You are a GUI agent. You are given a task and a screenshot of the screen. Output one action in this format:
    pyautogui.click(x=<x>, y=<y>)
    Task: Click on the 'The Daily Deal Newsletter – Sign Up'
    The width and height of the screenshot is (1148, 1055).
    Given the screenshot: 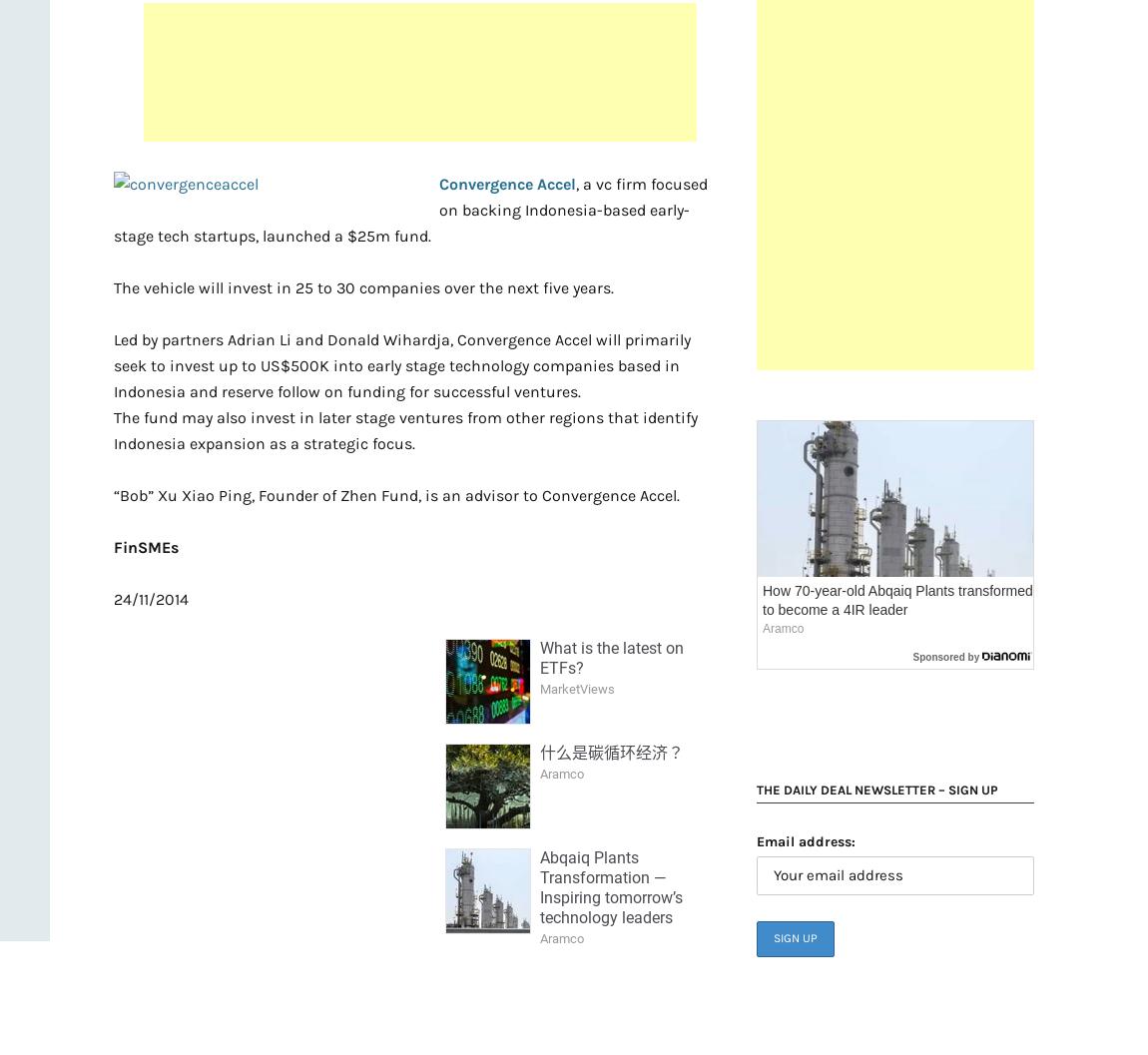 What is the action you would take?
    pyautogui.click(x=876, y=790)
    